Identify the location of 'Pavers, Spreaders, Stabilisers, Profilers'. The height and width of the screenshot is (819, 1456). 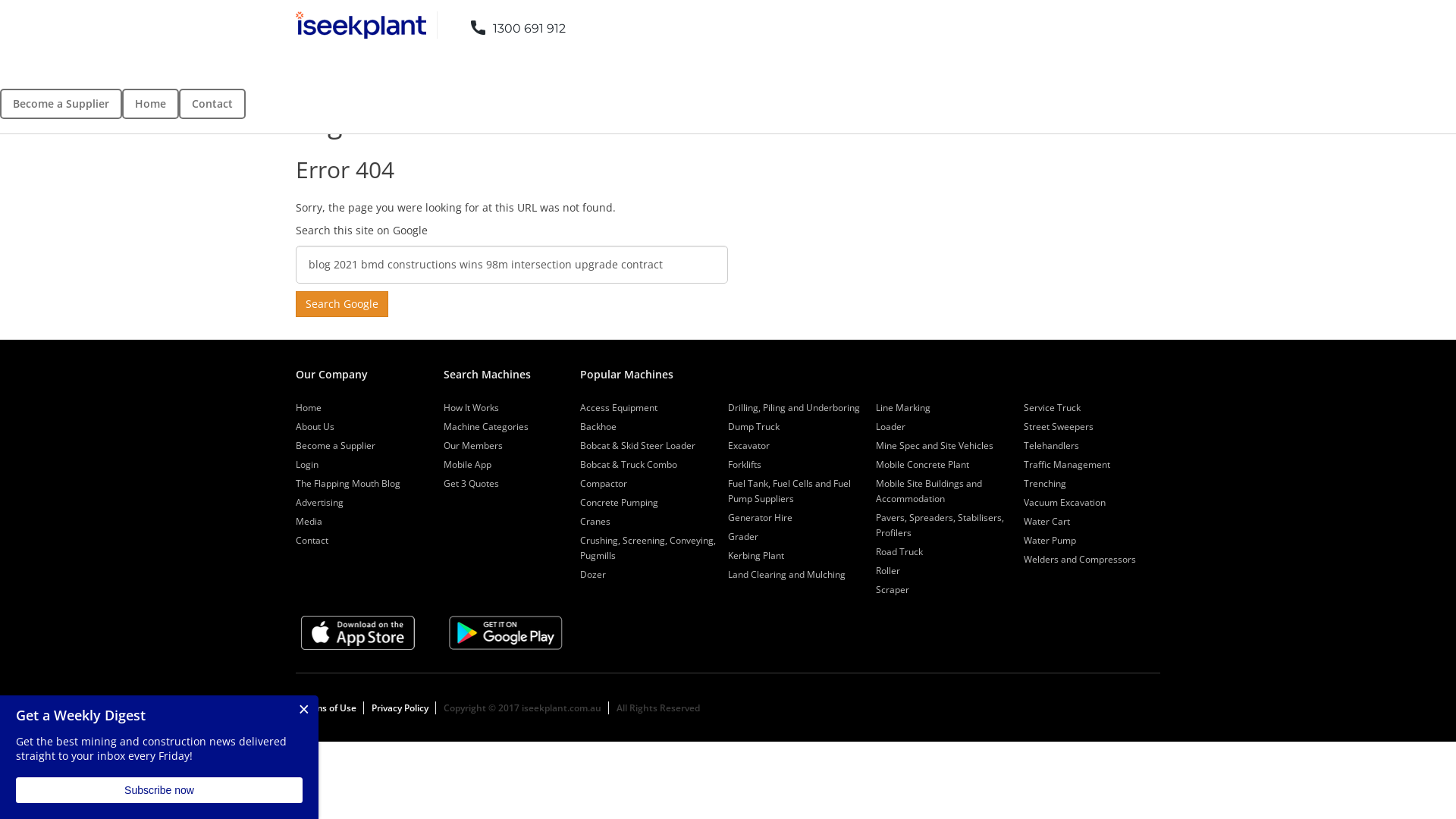
(876, 524).